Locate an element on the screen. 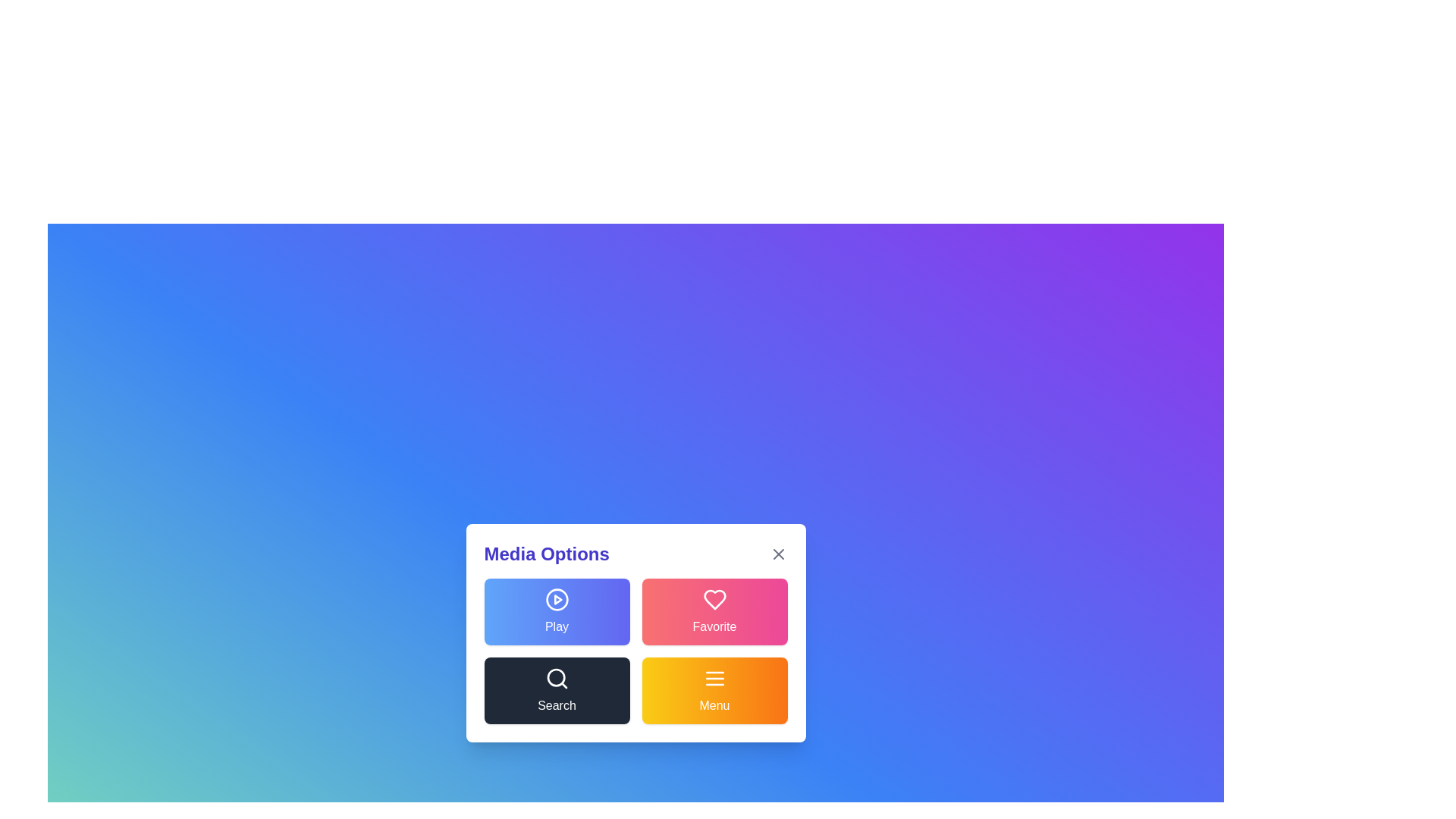  the button designed to mark or save items as favorites, which is located in the upper-right section of the grid adjacent to the 'Play' button is located at coordinates (714, 610).